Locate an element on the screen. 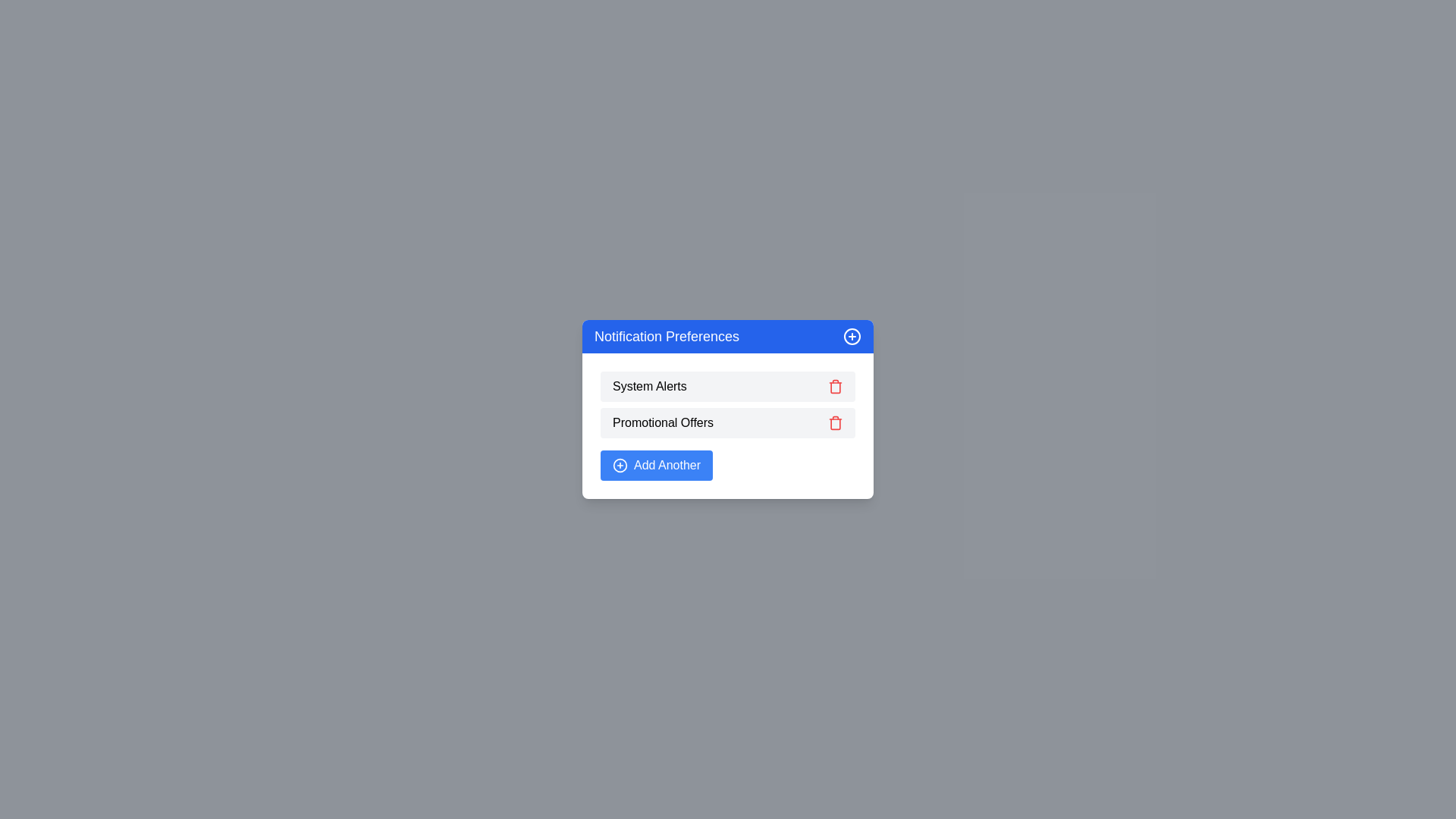 Image resolution: width=1456 pixels, height=819 pixels. the action button located at the bottom of the notification preference card is located at coordinates (657, 464).